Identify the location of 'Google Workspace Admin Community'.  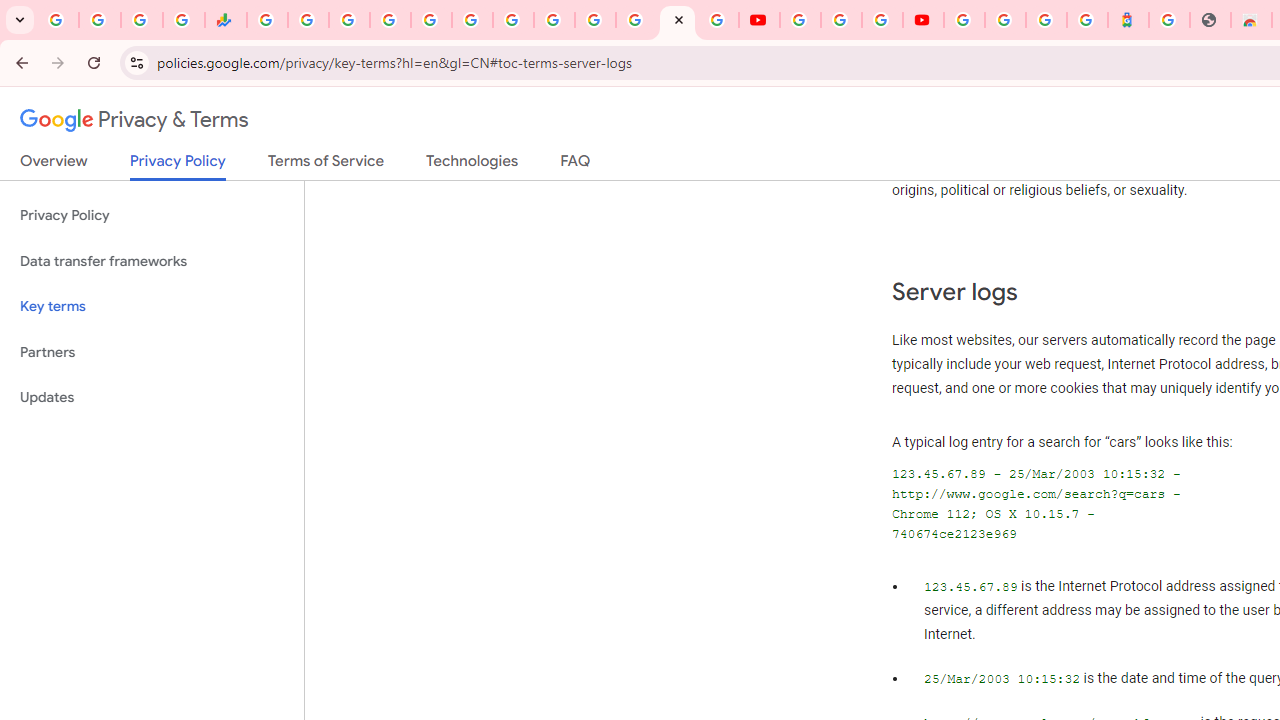
(58, 20).